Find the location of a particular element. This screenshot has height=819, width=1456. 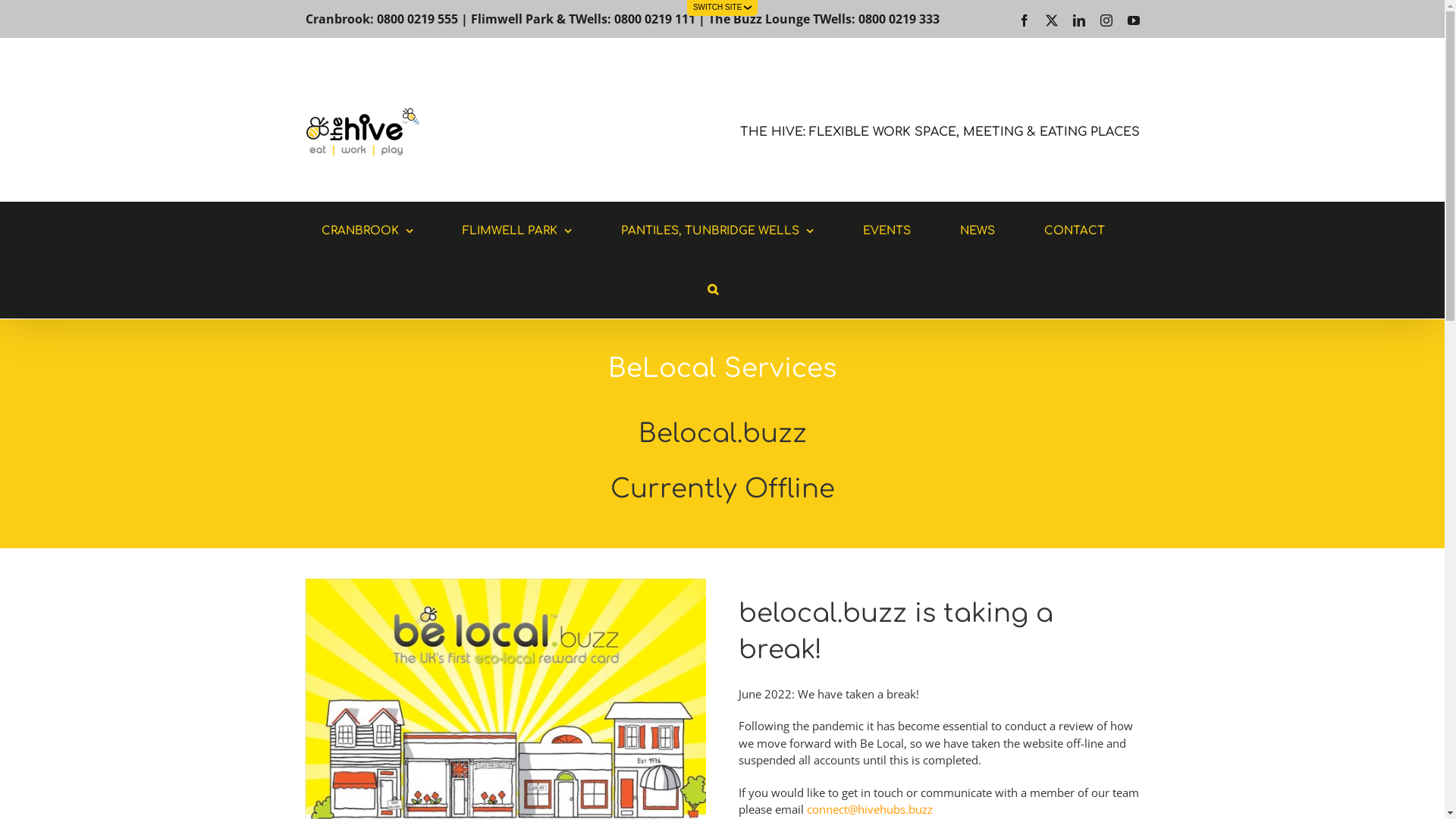

'PANTILES, TUNBRIDGE WELLS' is located at coordinates (716, 231).